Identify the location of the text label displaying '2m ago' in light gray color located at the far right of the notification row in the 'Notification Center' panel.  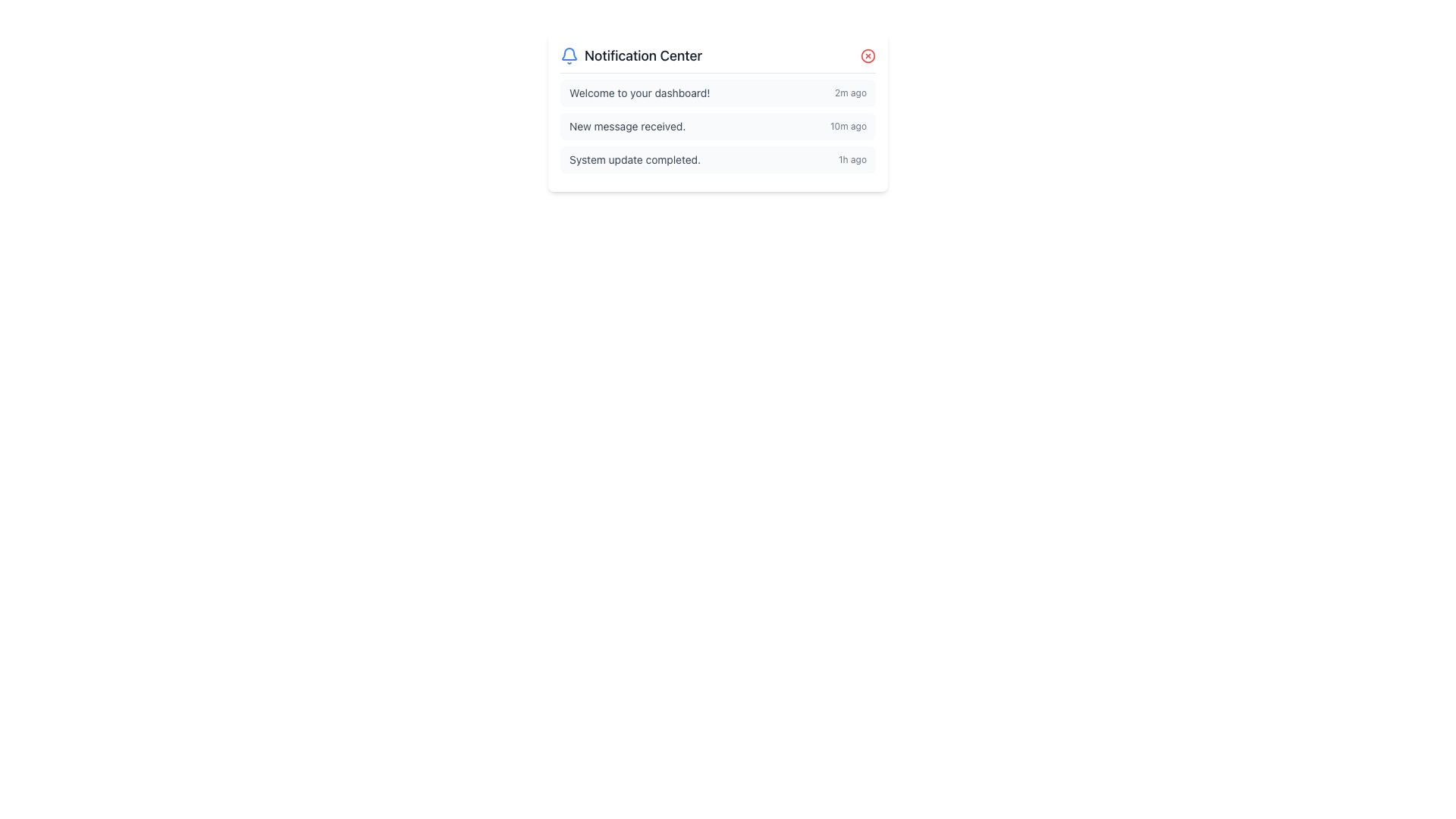
(850, 93).